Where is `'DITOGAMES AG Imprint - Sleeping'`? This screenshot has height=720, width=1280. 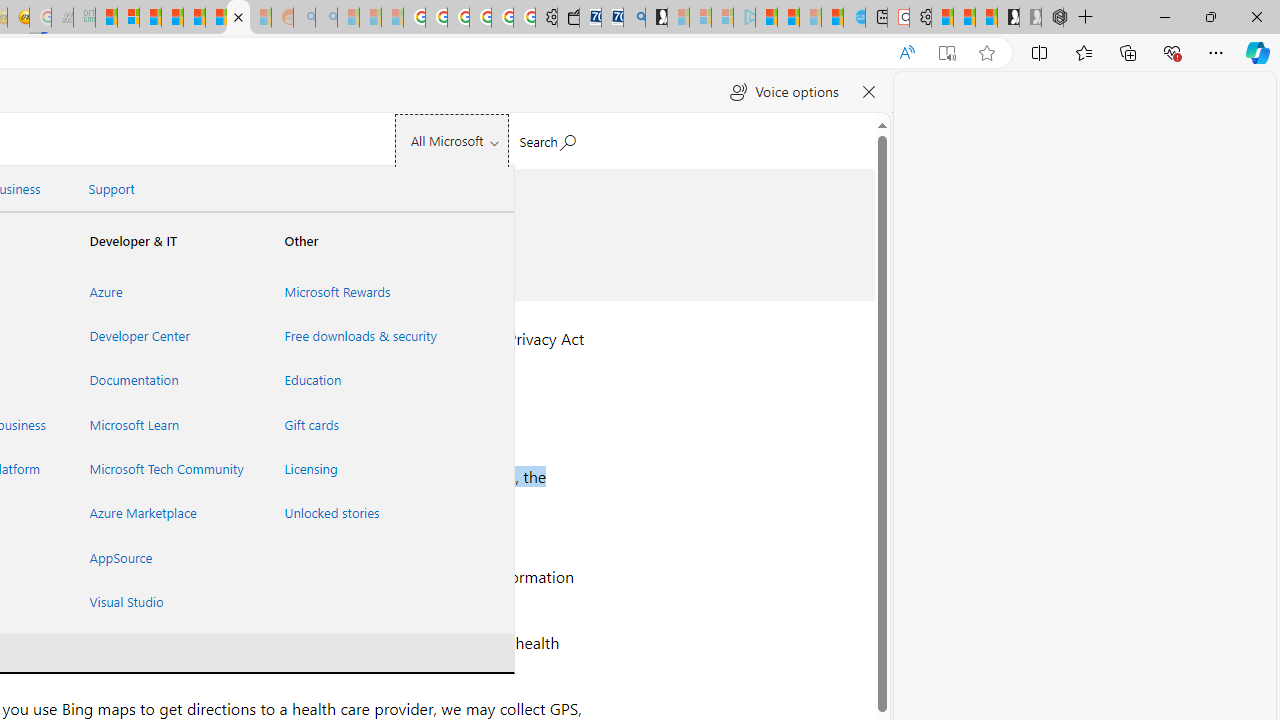 'DITOGAMES AG Imprint - Sleeping' is located at coordinates (83, 17).